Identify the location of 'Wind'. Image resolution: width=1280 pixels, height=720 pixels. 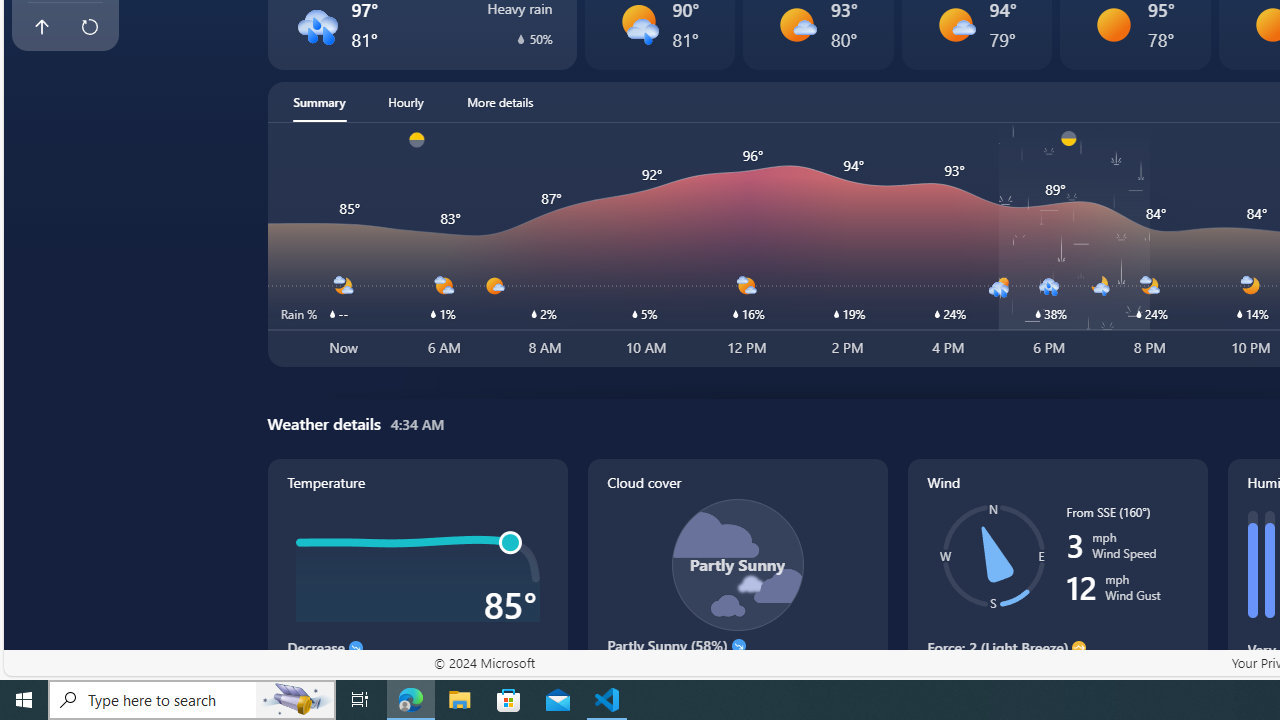
(1056, 584).